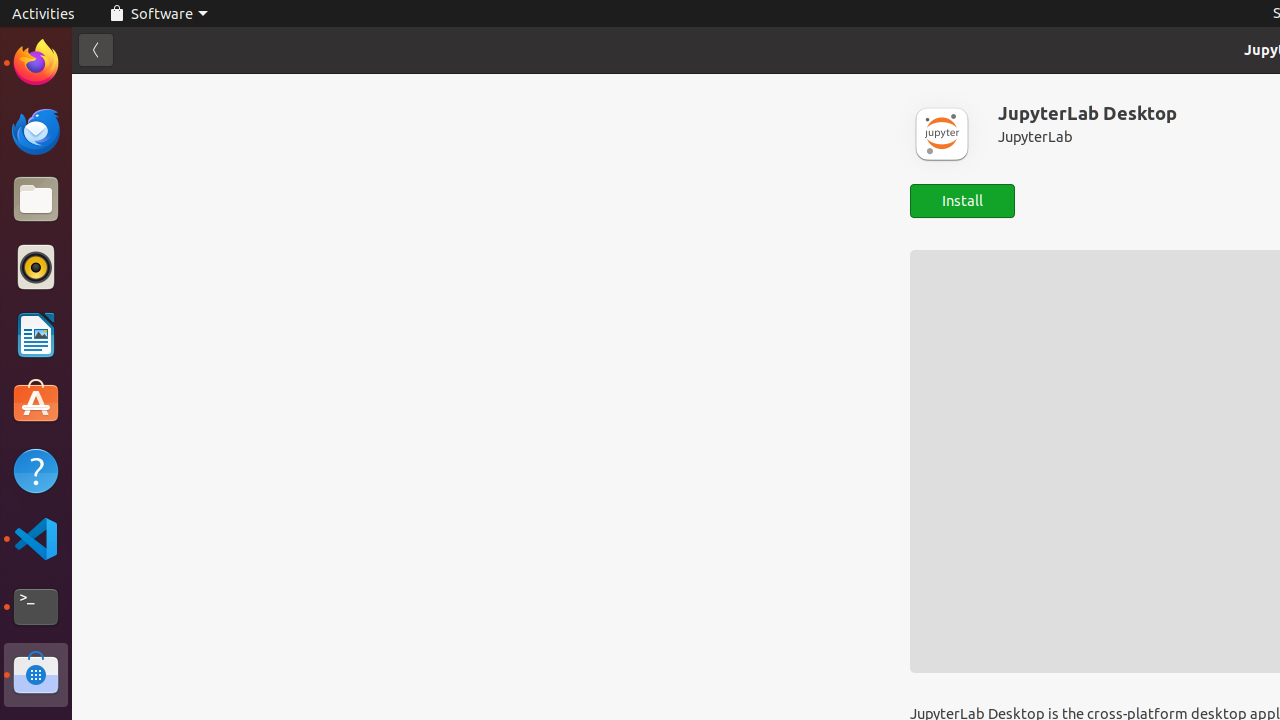 This screenshot has width=1280, height=720. What do you see at coordinates (43, 13) in the screenshot?
I see `'Activities'` at bounding box center [43, 13].